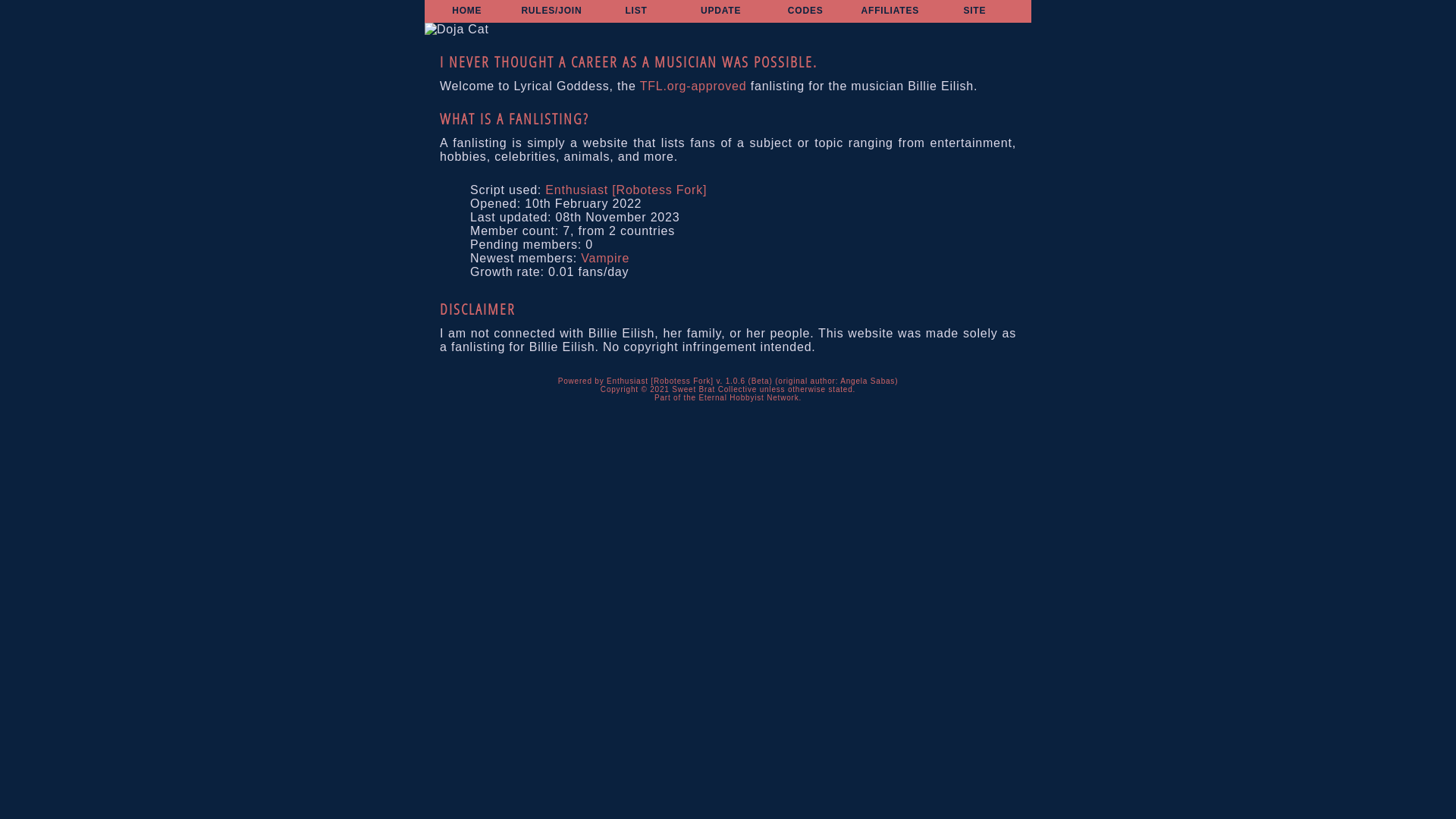 This screenshot has height=819, width=1456. I want to click on 'TFL.org-approved', so click(692, 86).